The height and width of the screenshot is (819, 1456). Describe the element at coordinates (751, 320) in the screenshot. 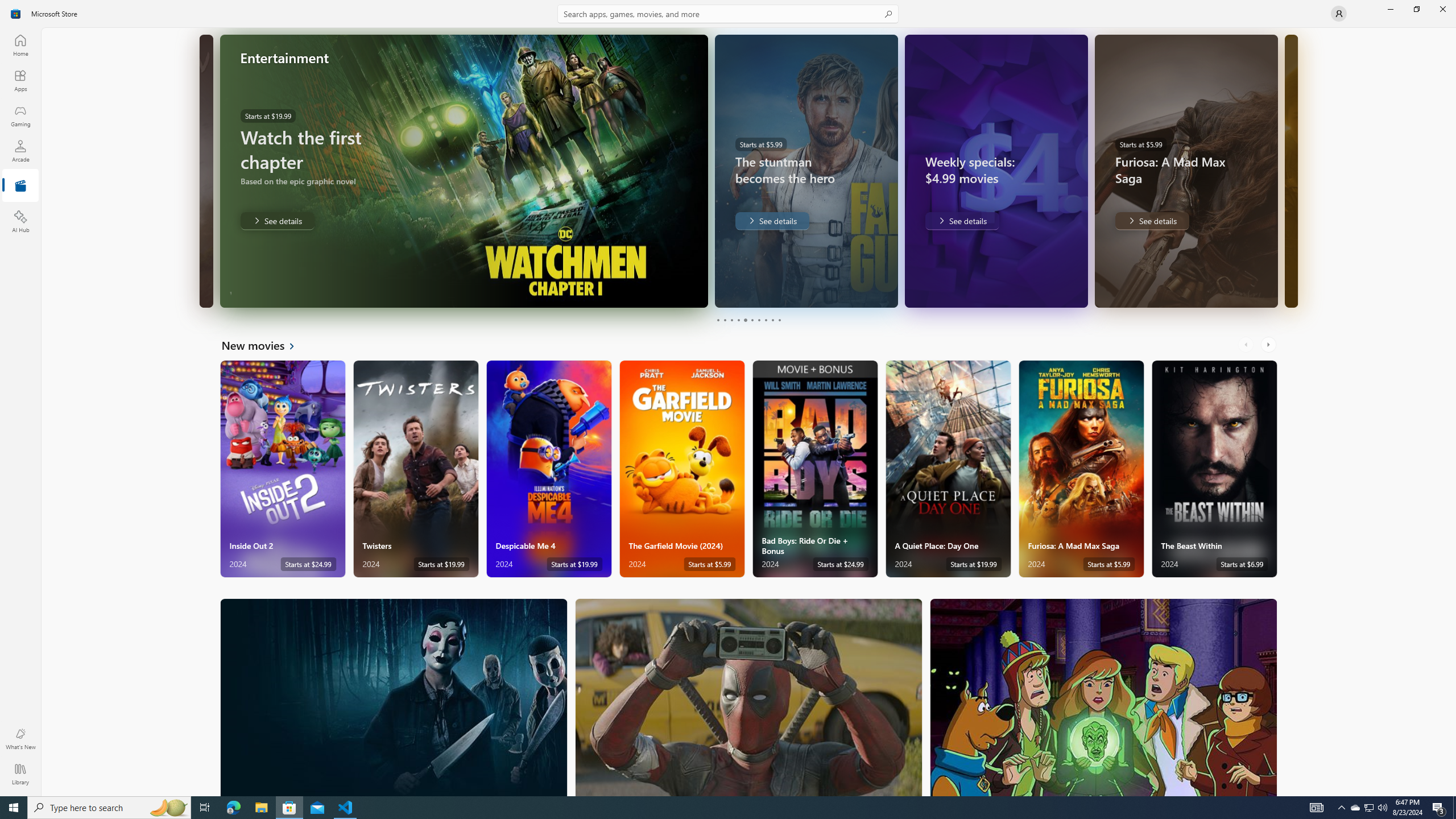

I see `'Page 6'` at that location.